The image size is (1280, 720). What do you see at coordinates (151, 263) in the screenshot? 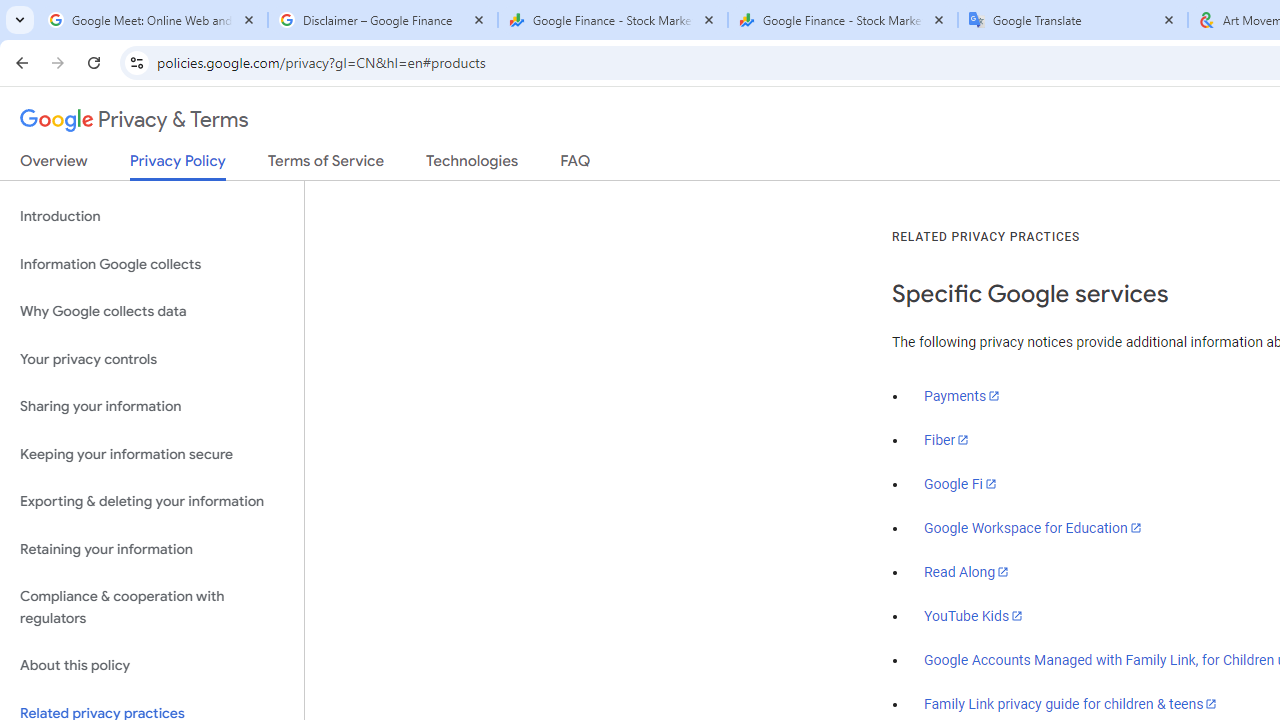
I see `'Information Google collects'` at bounding box center [151, 263].